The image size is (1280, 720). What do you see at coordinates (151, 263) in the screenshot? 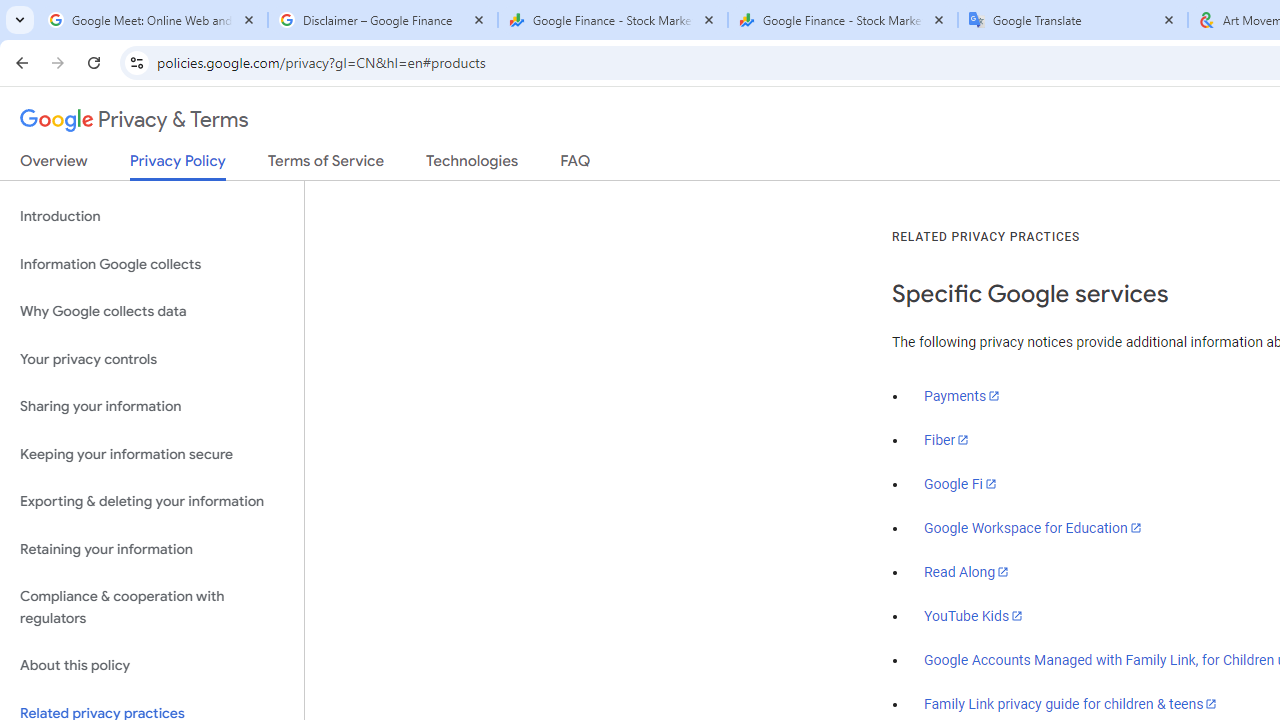
I see `'Information Google collects'` at bounding box center [151, 263].